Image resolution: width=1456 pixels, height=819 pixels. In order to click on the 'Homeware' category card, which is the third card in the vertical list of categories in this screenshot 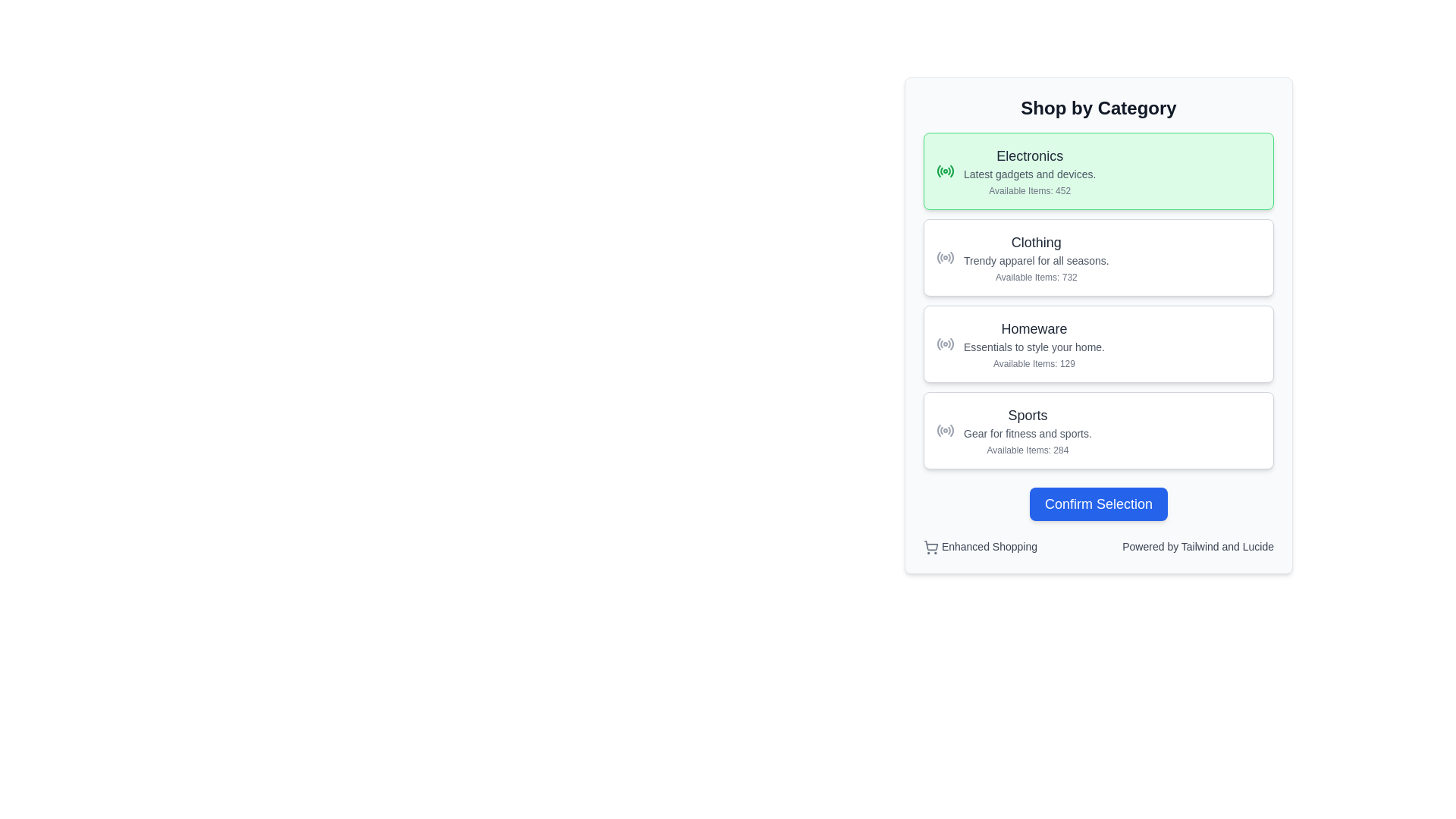, I will do `click(1099, 344)`.